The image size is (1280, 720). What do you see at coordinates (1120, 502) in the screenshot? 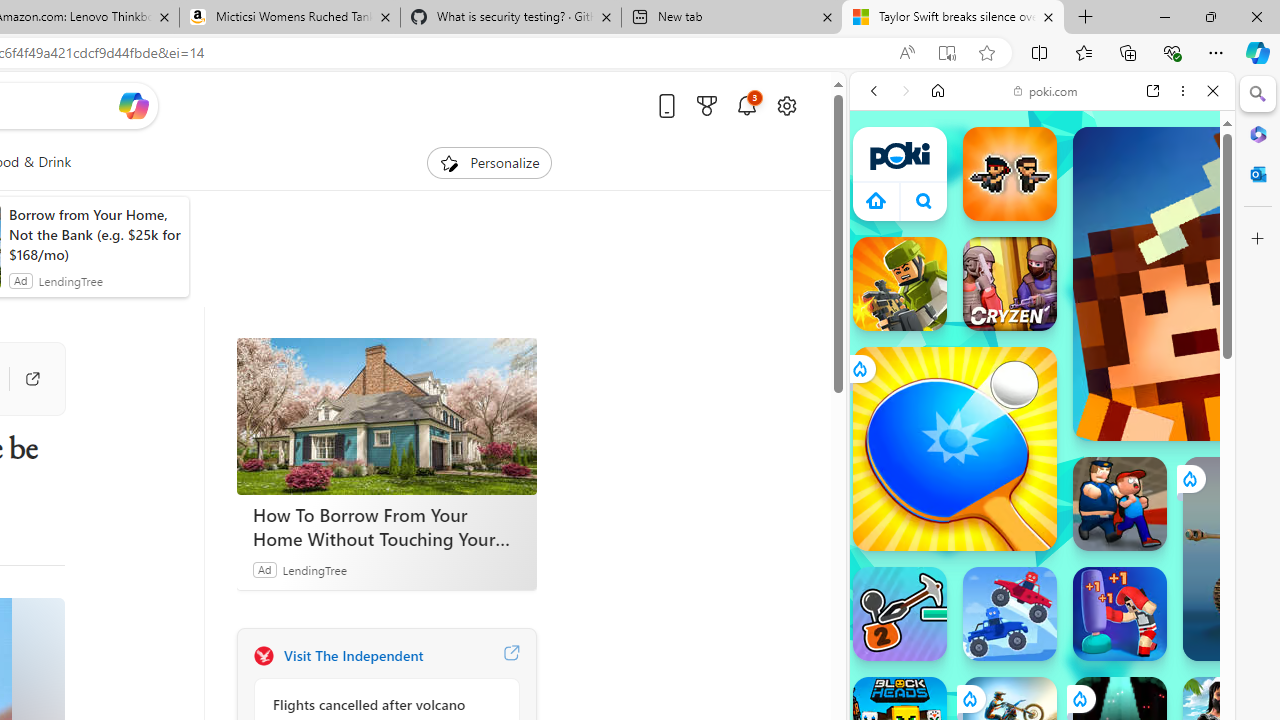
I see `'Escape From School Escape From School'` at bounding box center [1120, 502].